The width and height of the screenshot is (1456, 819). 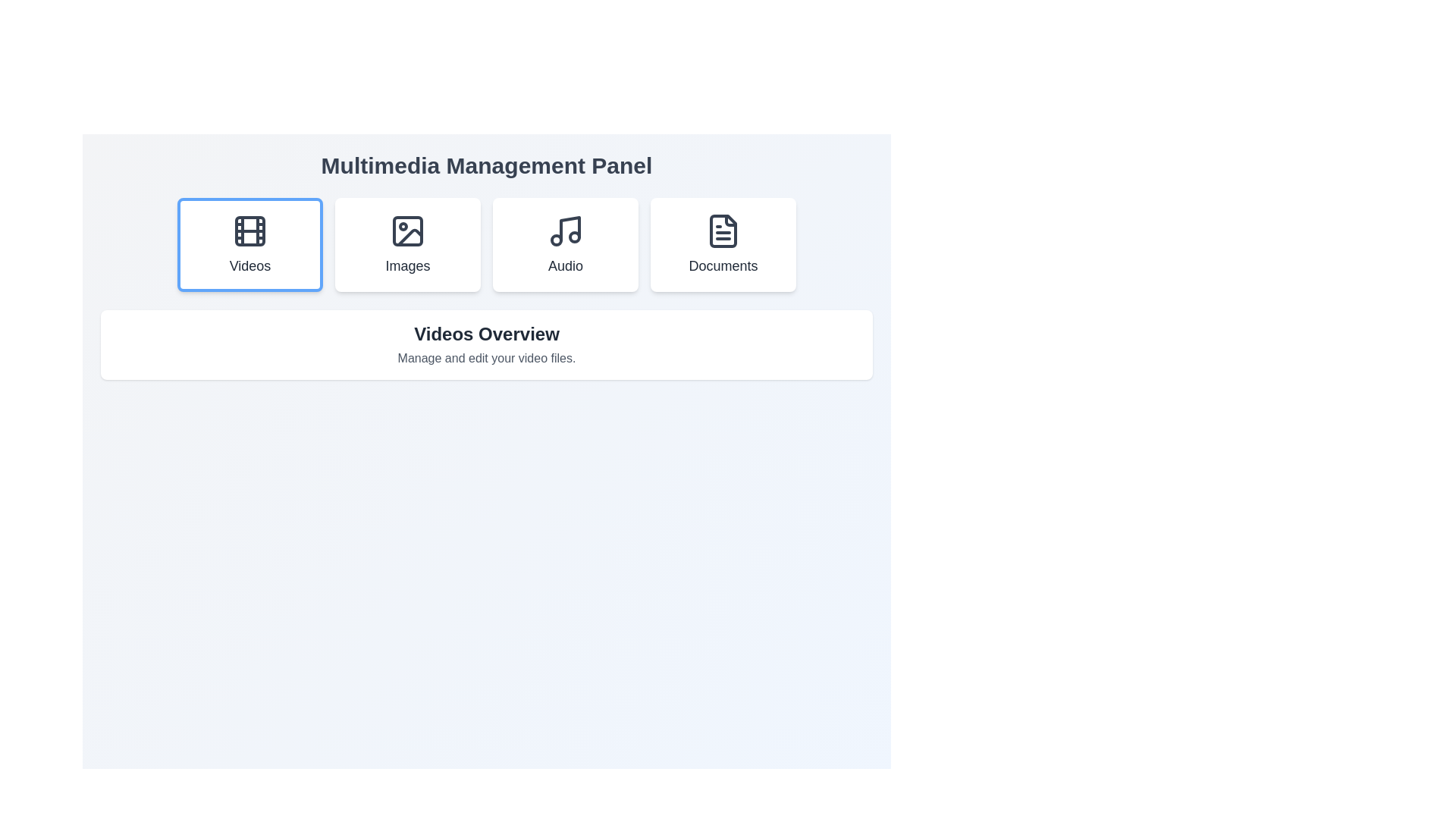 I want to click on text label displaying 'Images' in bold, dark gray font, positioned below an image icon in the second card of a row of four cards, so click(x=407, y=265).